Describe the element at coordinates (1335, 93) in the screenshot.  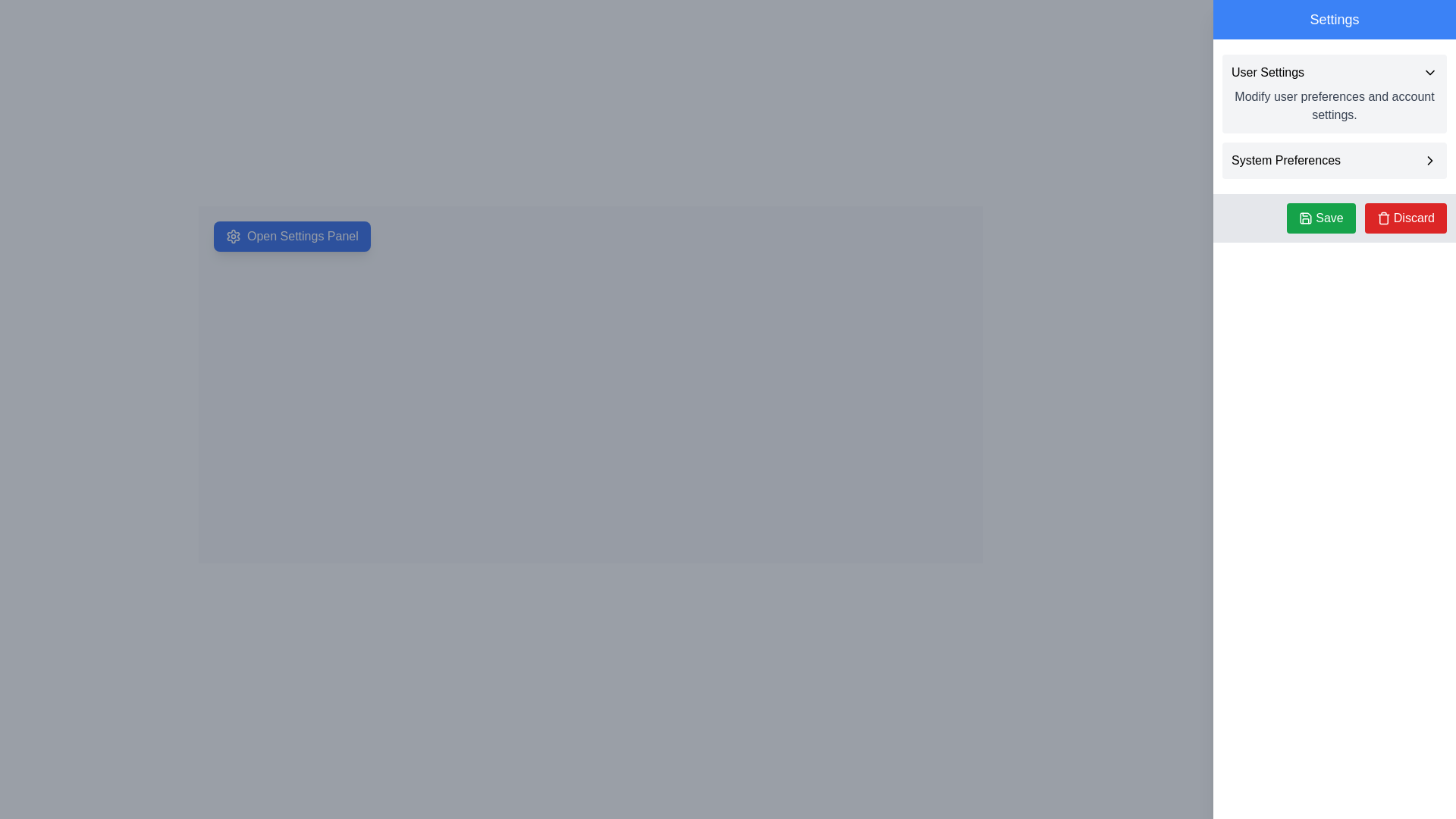
I see `the Menu card or section header located in the 'Settings' panel` at that location.